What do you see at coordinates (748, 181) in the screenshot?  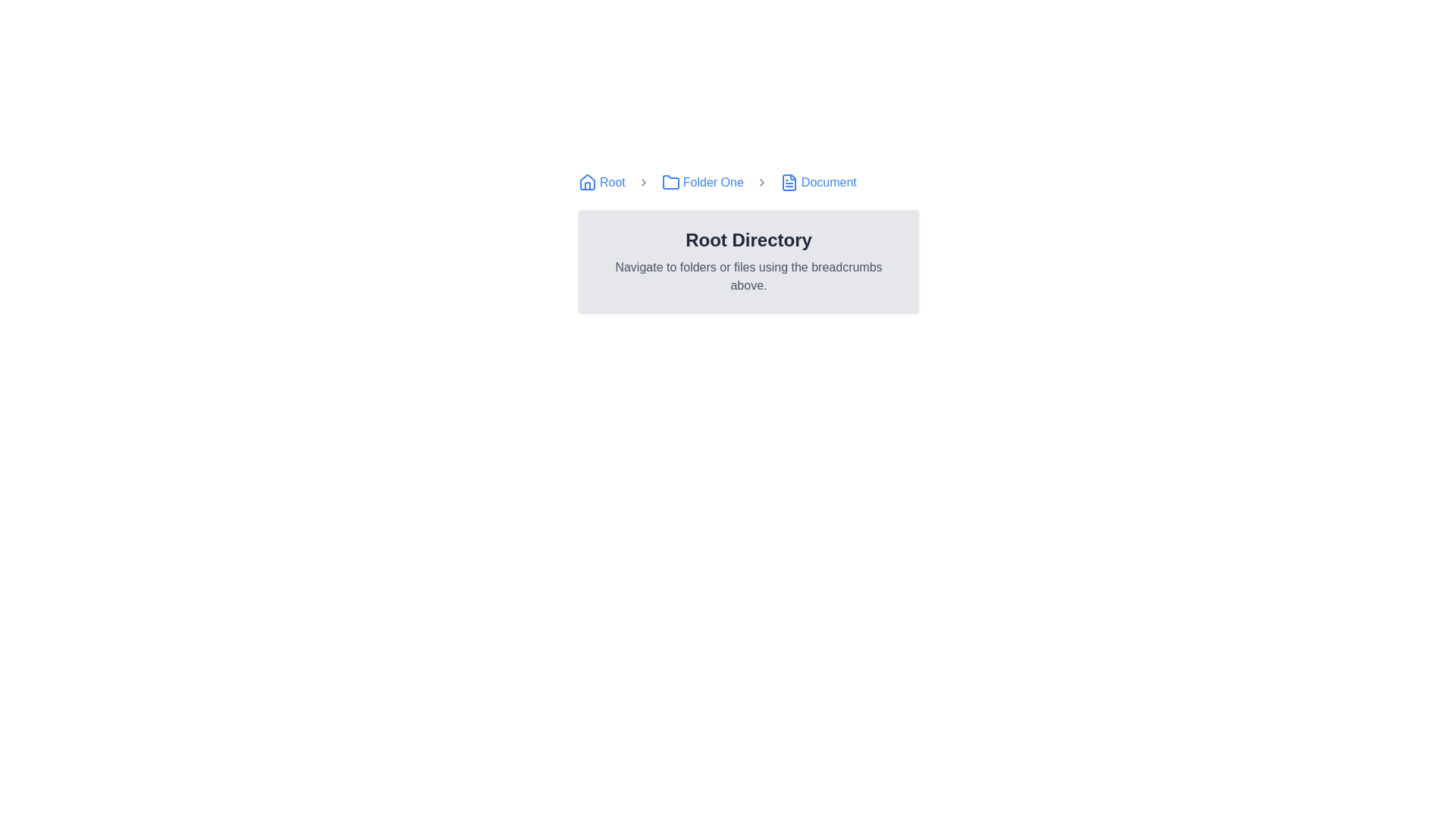 I see `the breadcrumb navigation component containing the text 'Root Folder One Document'` at bounding box center [748, 181].